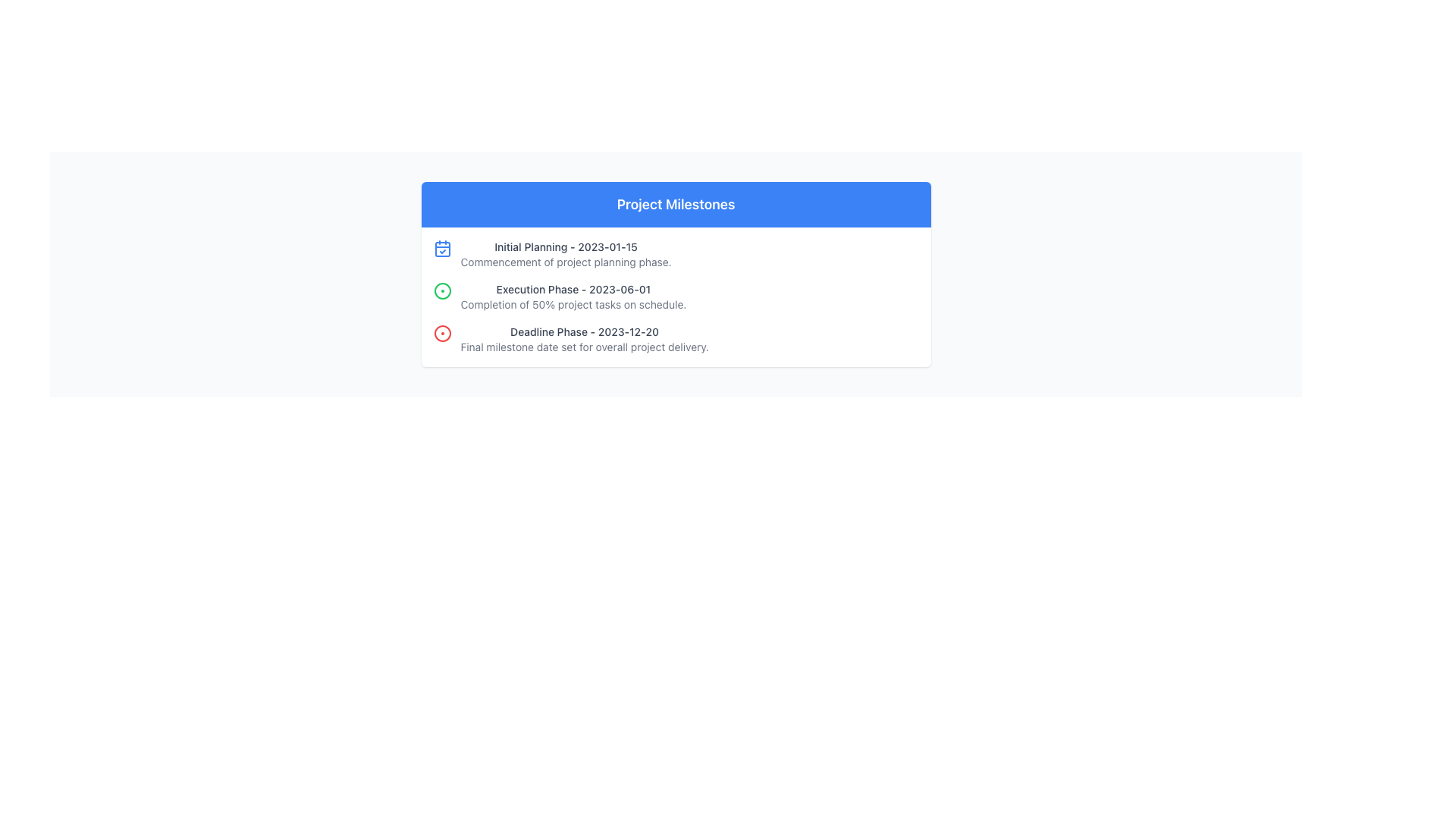 The width and height of the screenshot is (1456, 819). Describe the element at coordinates (675, 338) in the screenshot. I see `the milestone titled 'Deadline Phase - 2023-12-20' which displays its importance in the project timeline` at that location.